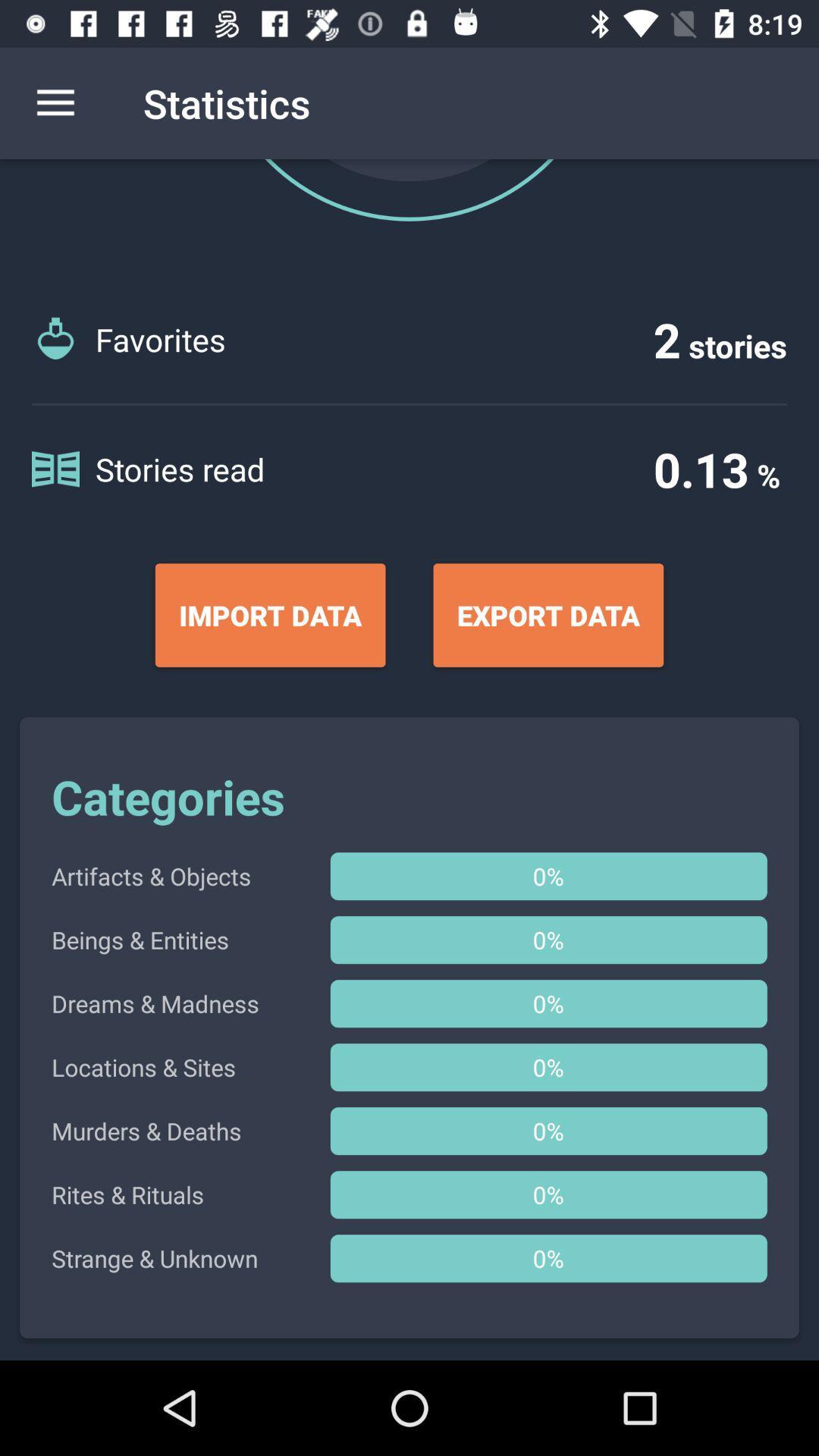  Describe the element at coordinates (269, 615) in the screenshot. I see `the item above categories` at that location.